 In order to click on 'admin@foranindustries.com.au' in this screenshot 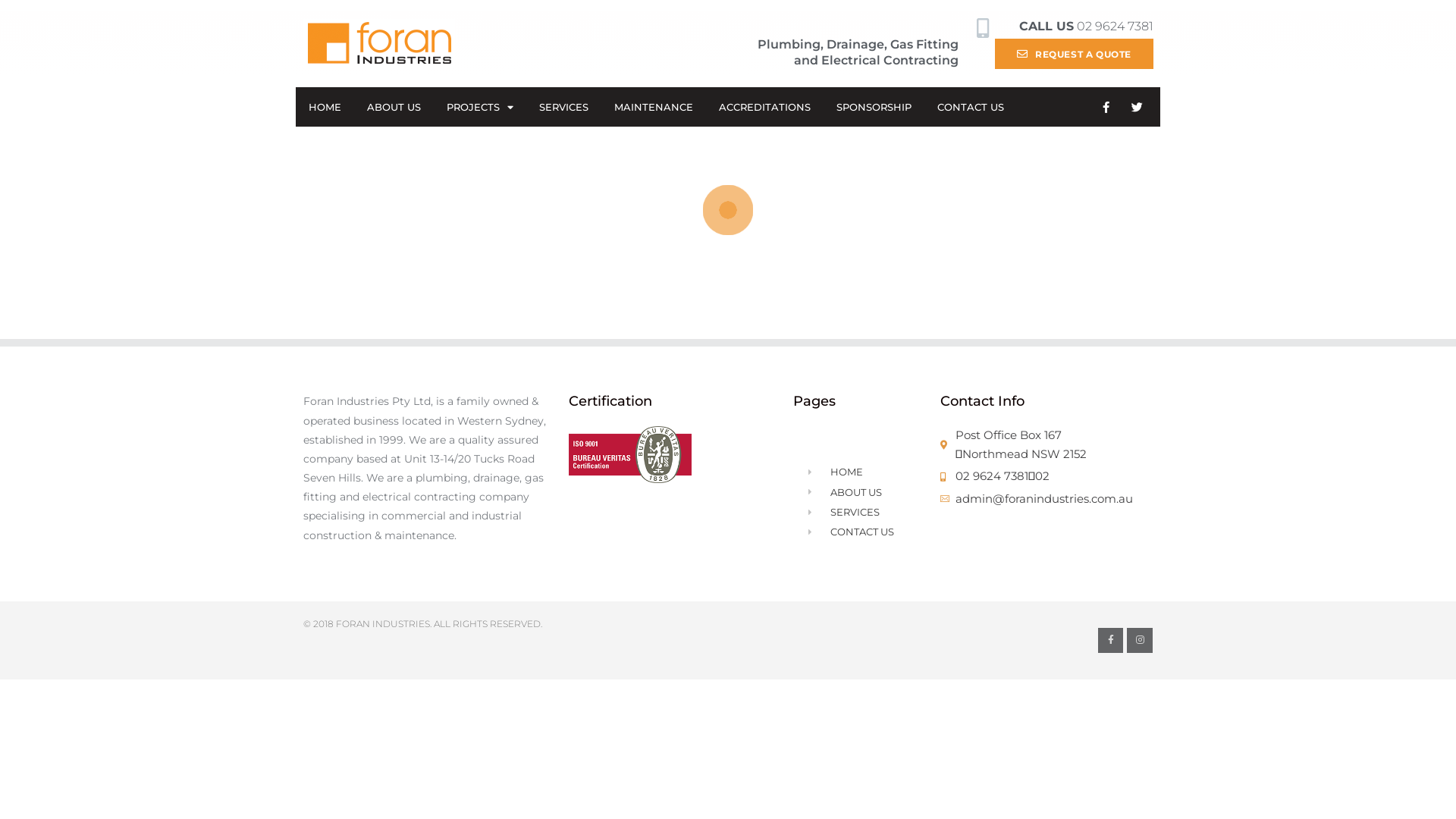, I will do `click(1046, 499)`.